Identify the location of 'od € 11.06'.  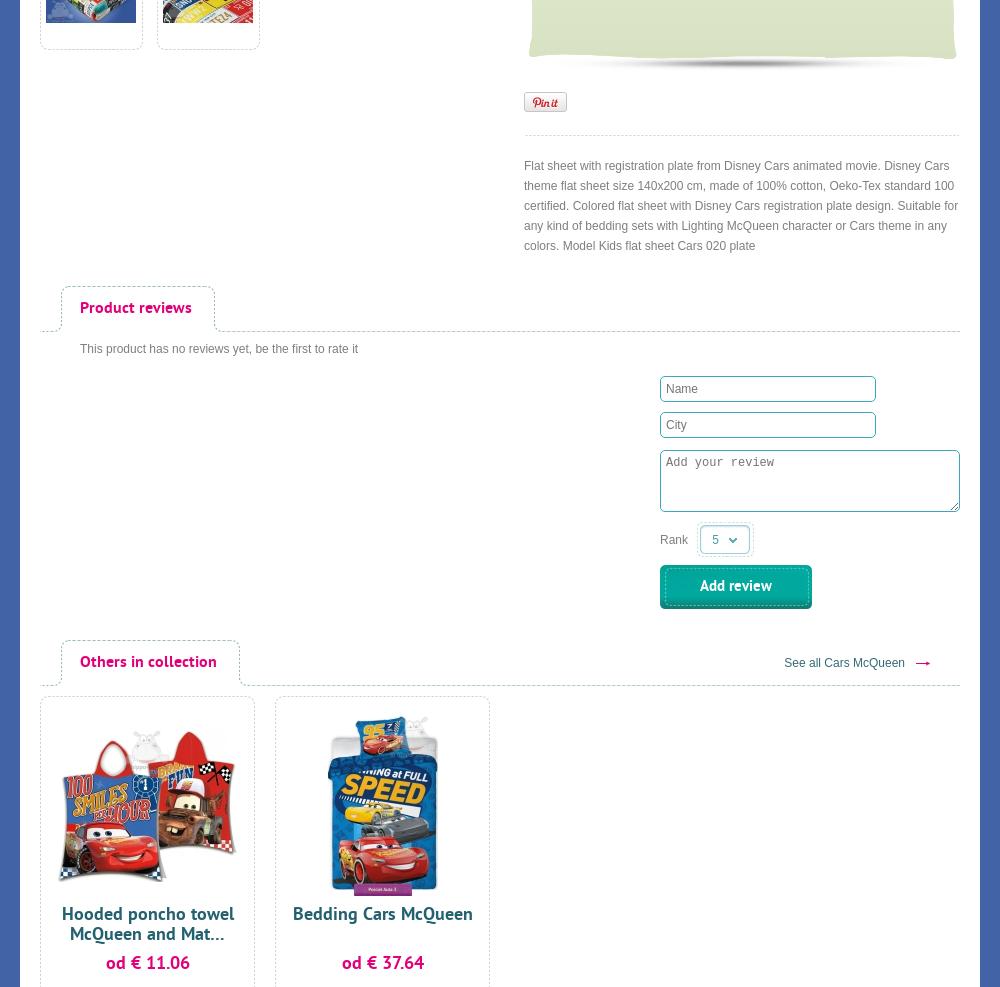
(147, 964).